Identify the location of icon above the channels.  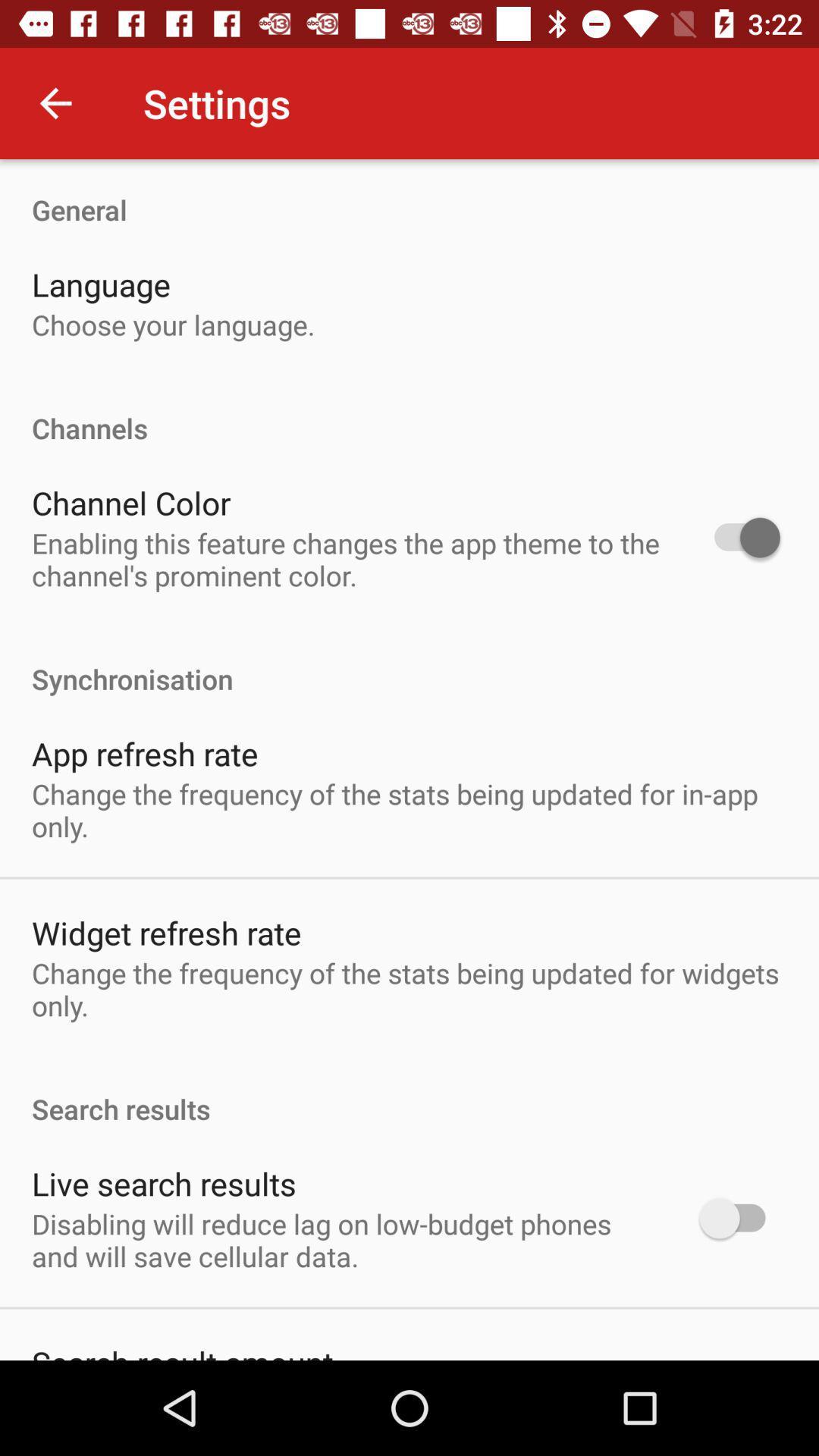
(172, 324).